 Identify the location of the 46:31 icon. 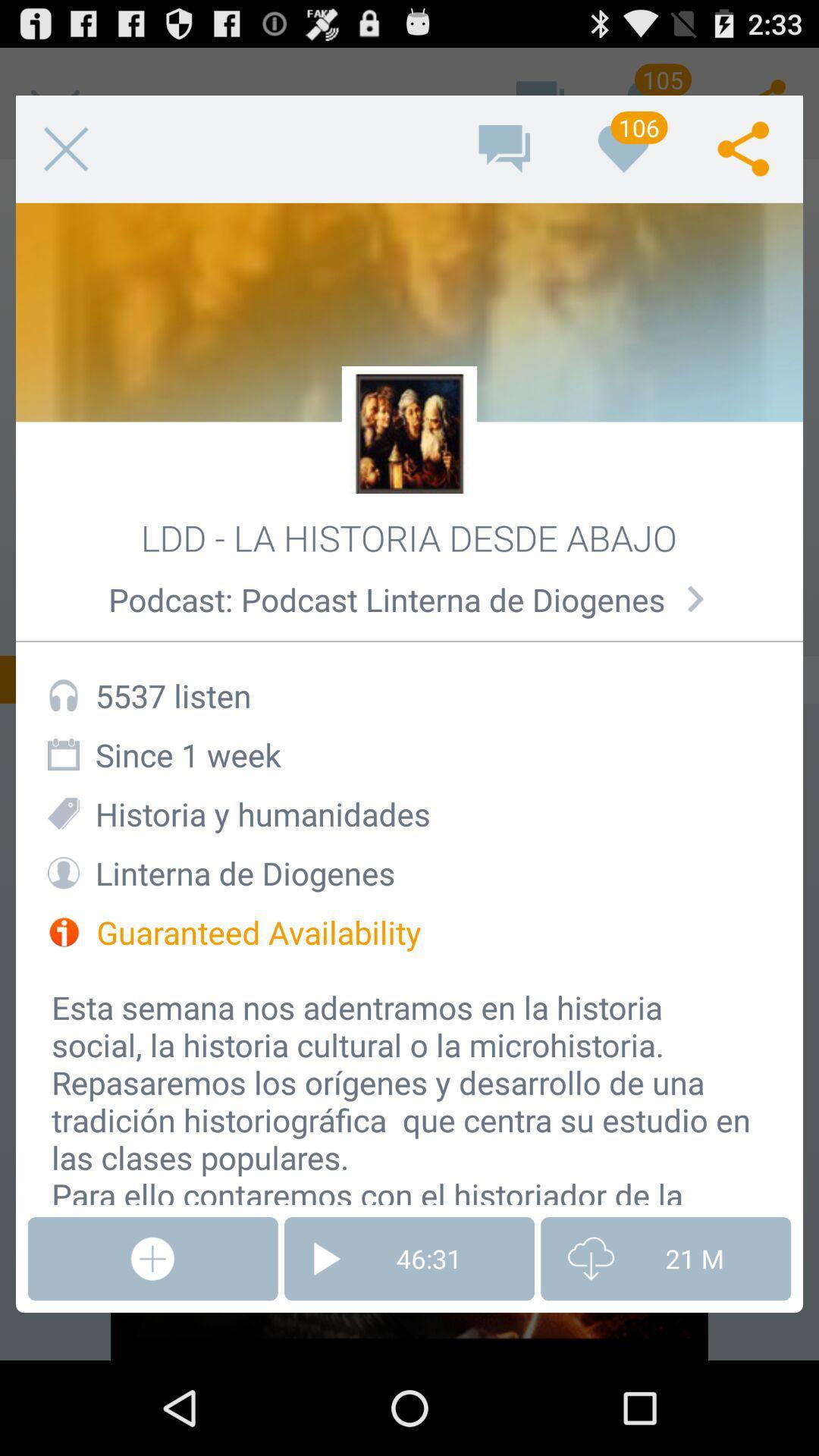
(409, 1259).